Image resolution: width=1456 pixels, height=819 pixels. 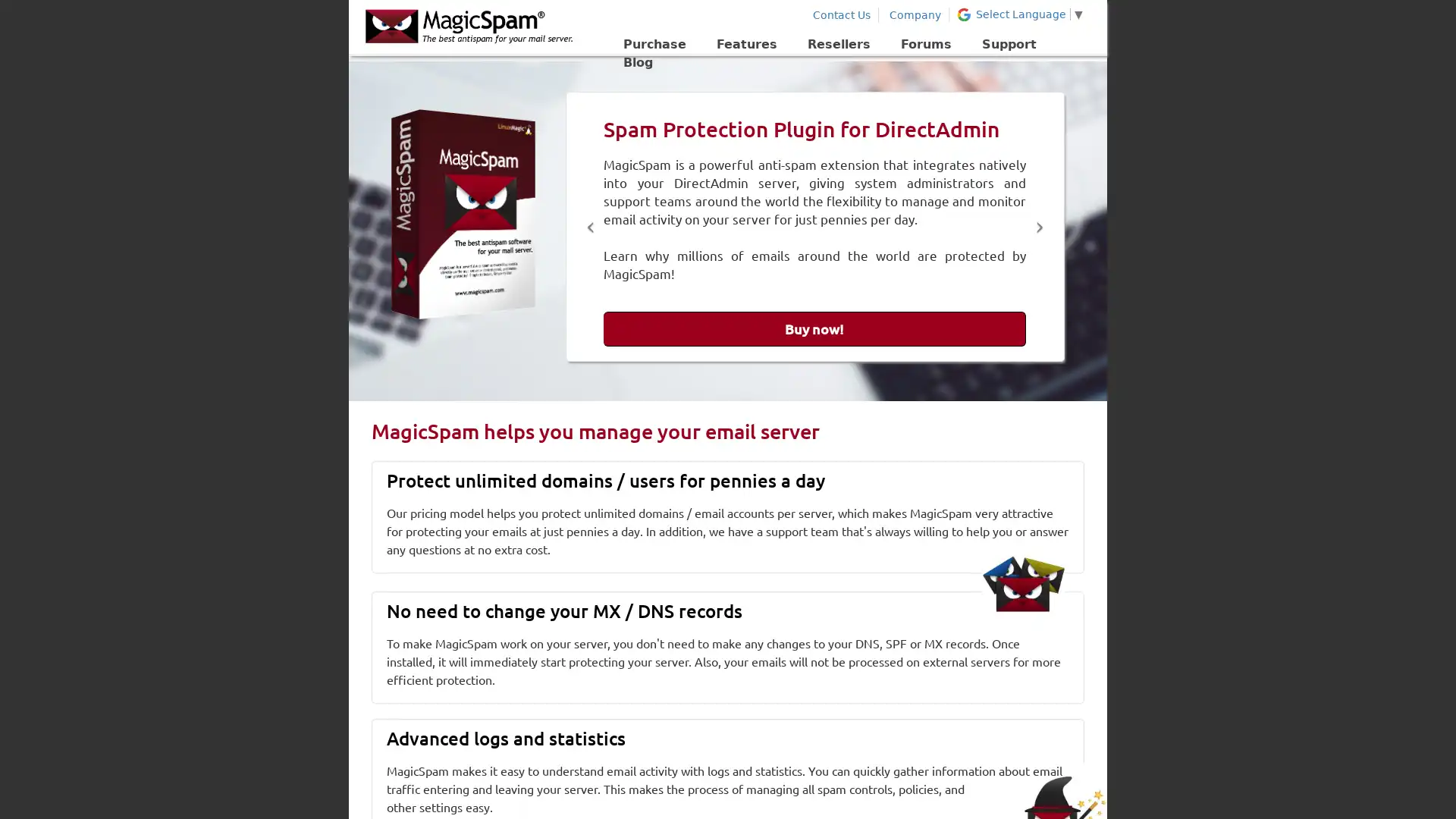 I want to click on Buy now!, so click(x=814, y=328).